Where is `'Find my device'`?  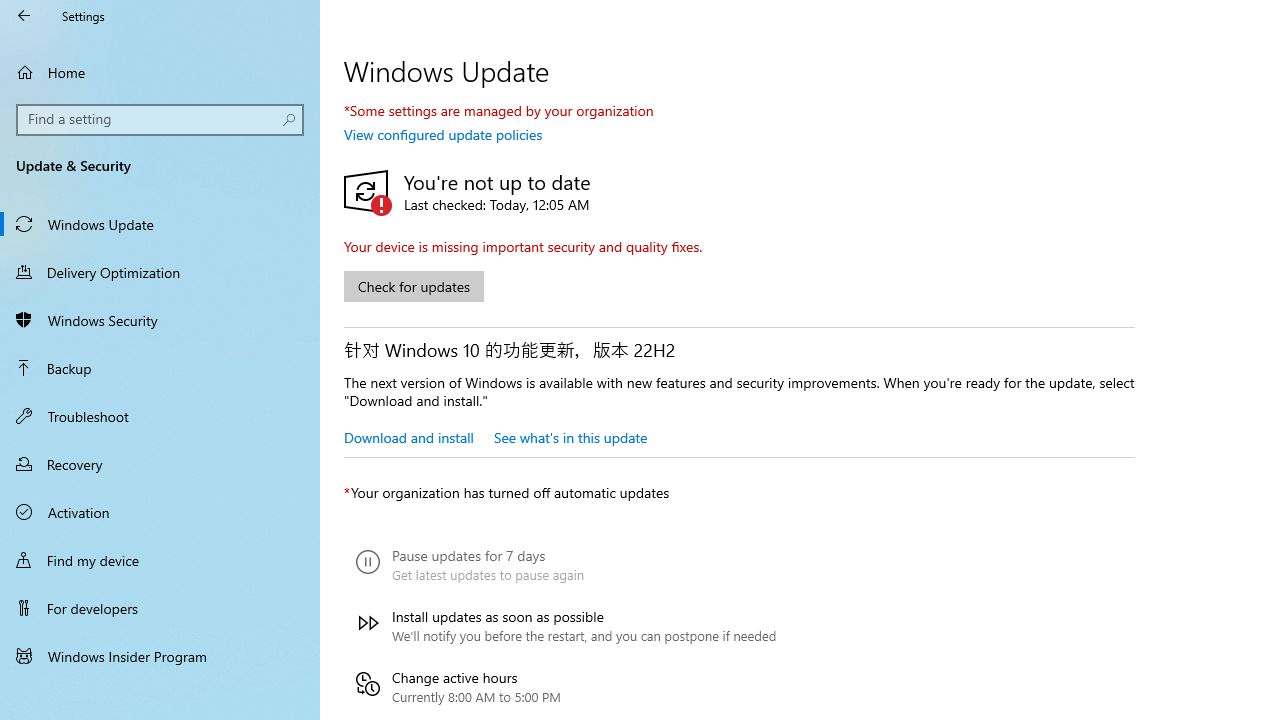 'Find my device' is located at coordinates (160, 559).